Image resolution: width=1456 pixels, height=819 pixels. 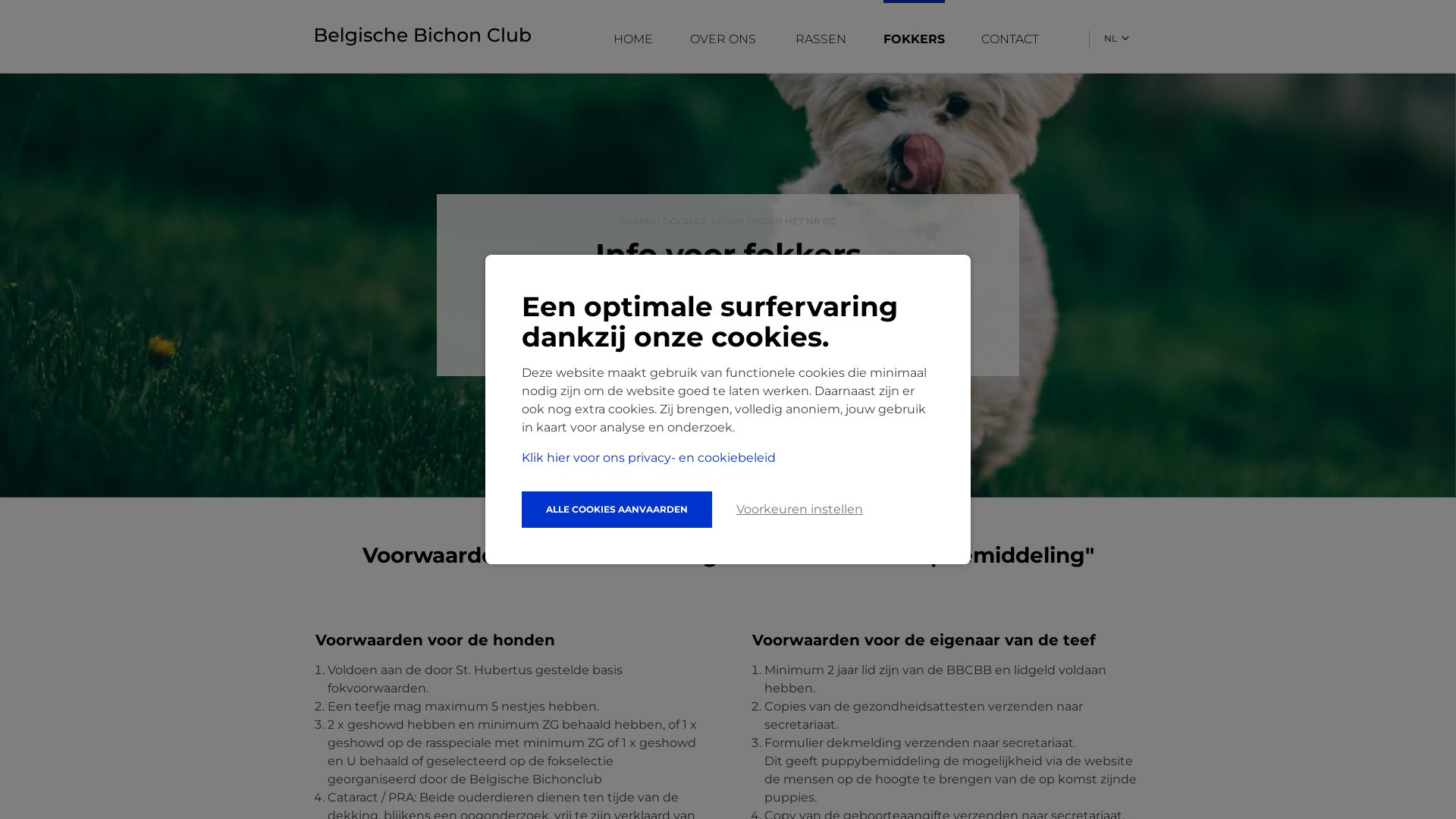 I want to click on 'RASSEN', so click(x=795, y=38).